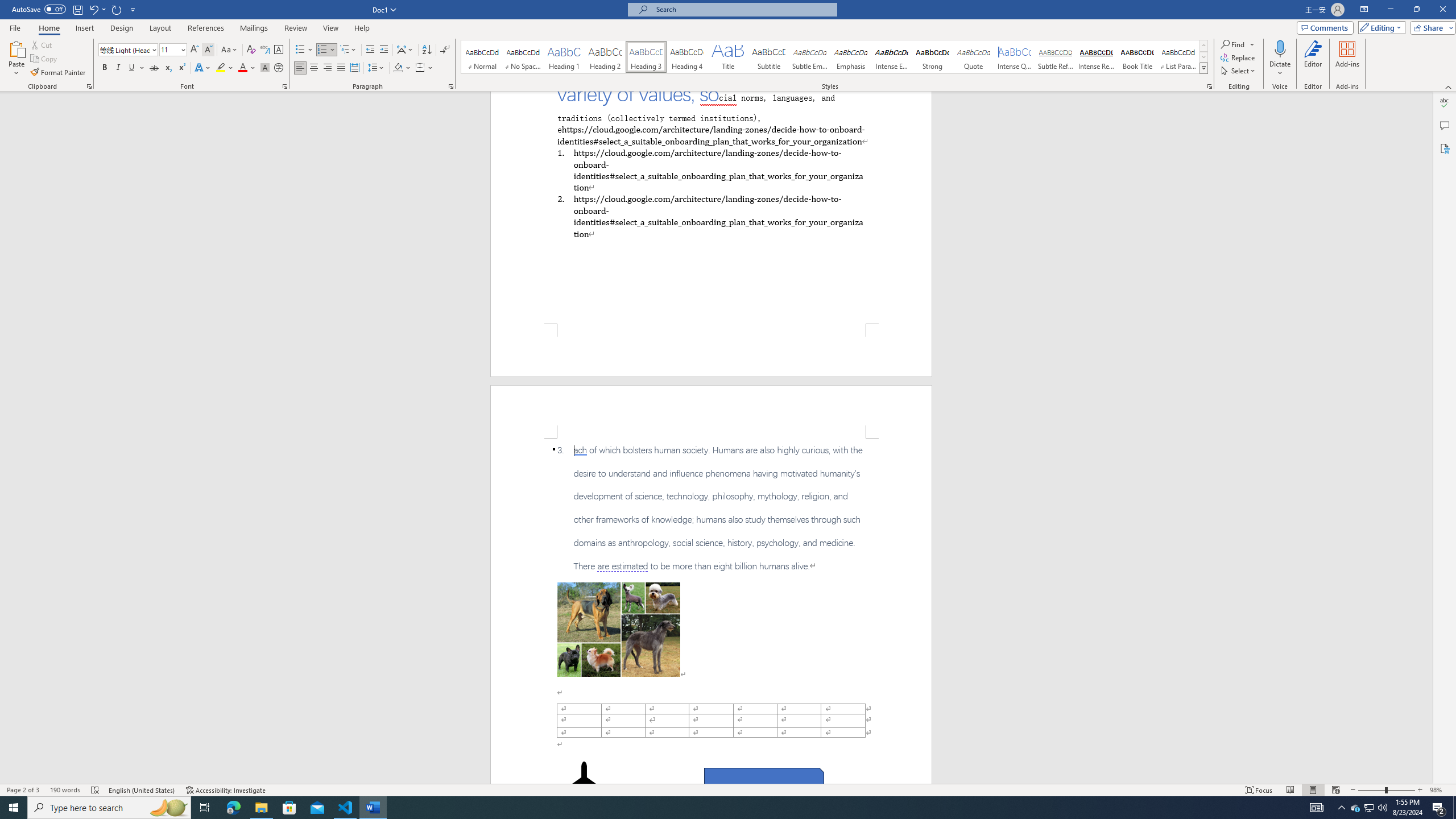  What do you see at coordinates (264, 49) in the screenshot?
I see `'Phonetic Guide...'` at bounding box center [264, 49].